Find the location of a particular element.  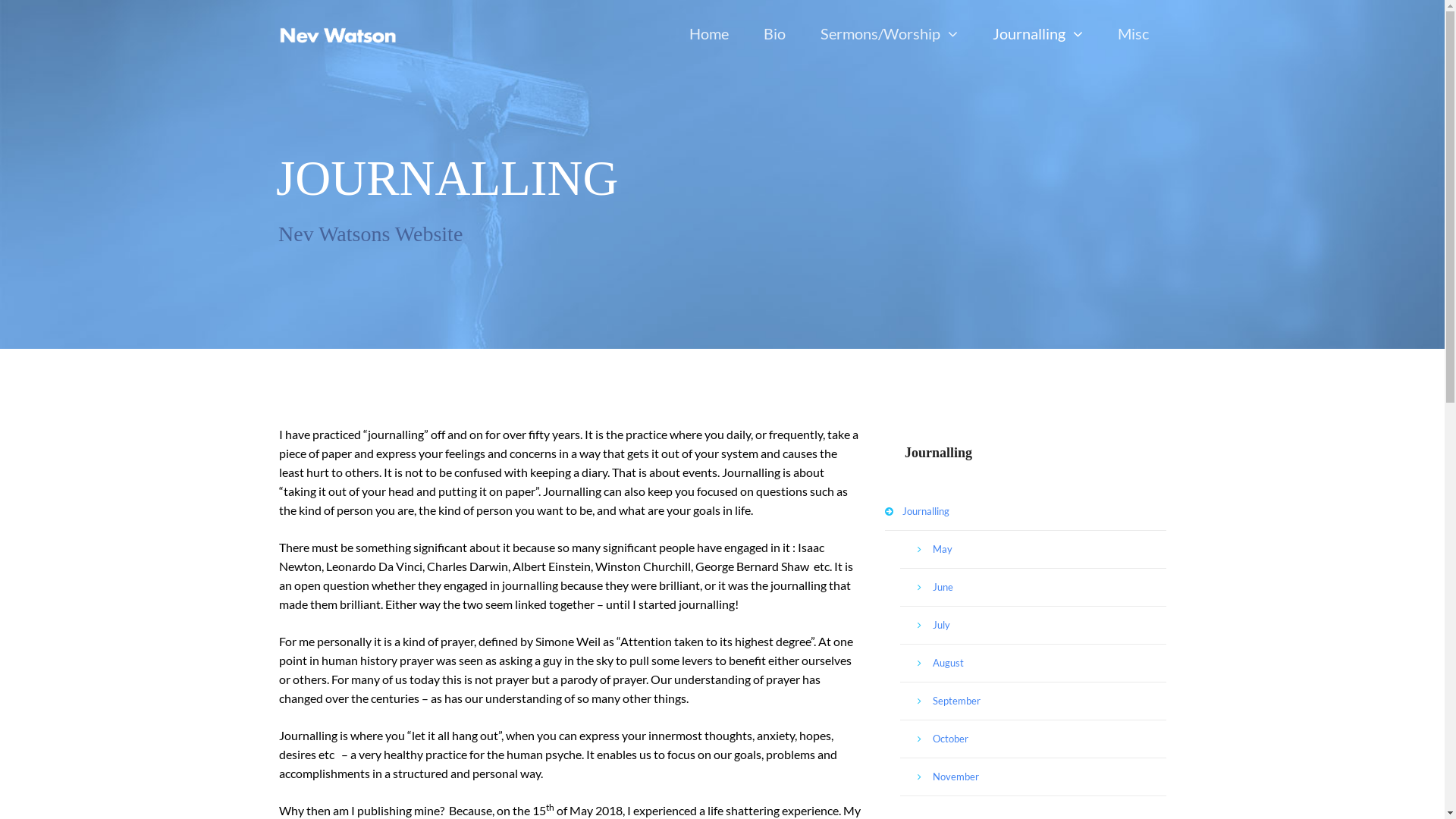

'Home' is located at coordinates (708, 34).